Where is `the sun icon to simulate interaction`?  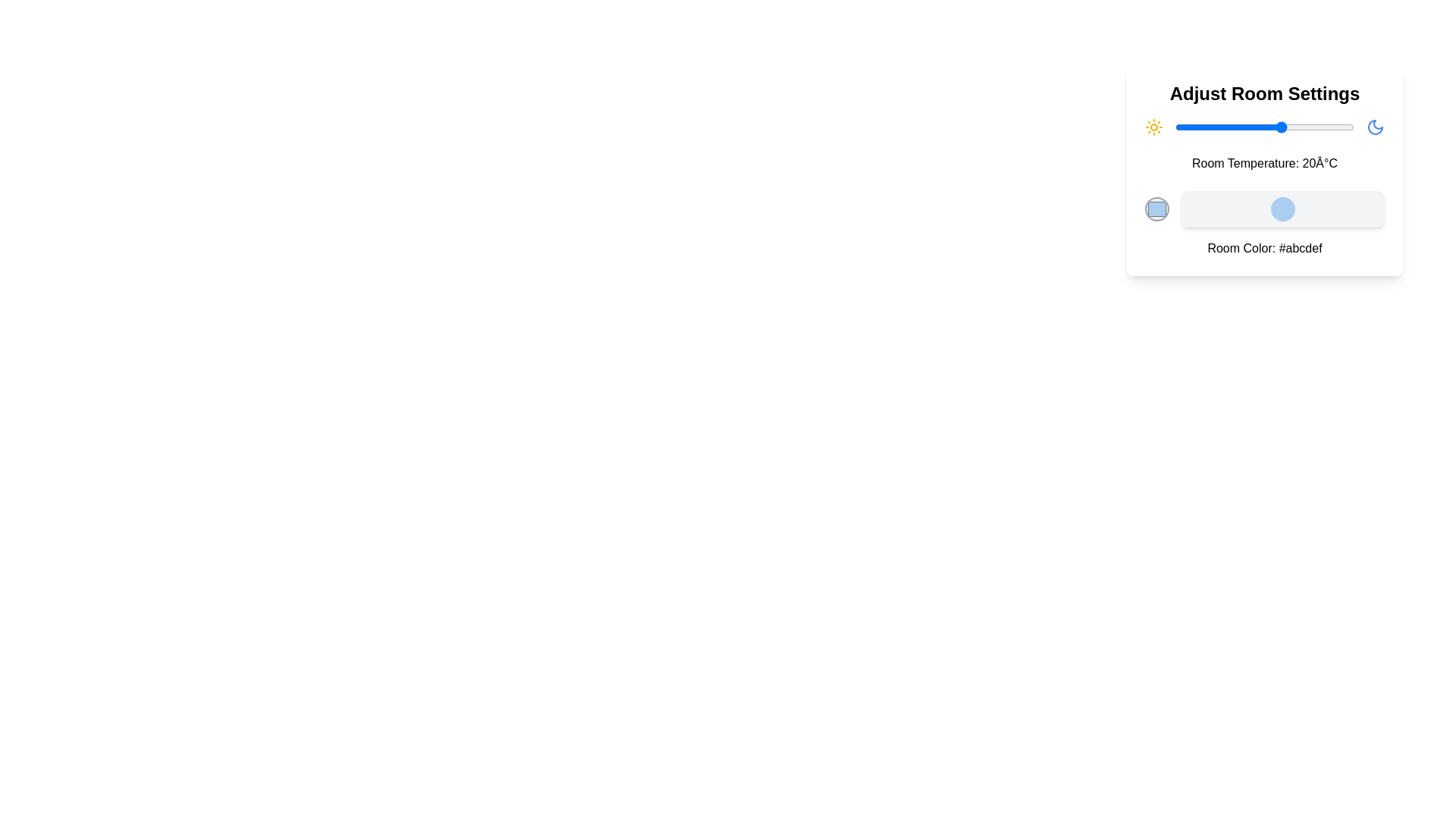
the sun icon to simulate interaction is located at coordinates (1153, 127).